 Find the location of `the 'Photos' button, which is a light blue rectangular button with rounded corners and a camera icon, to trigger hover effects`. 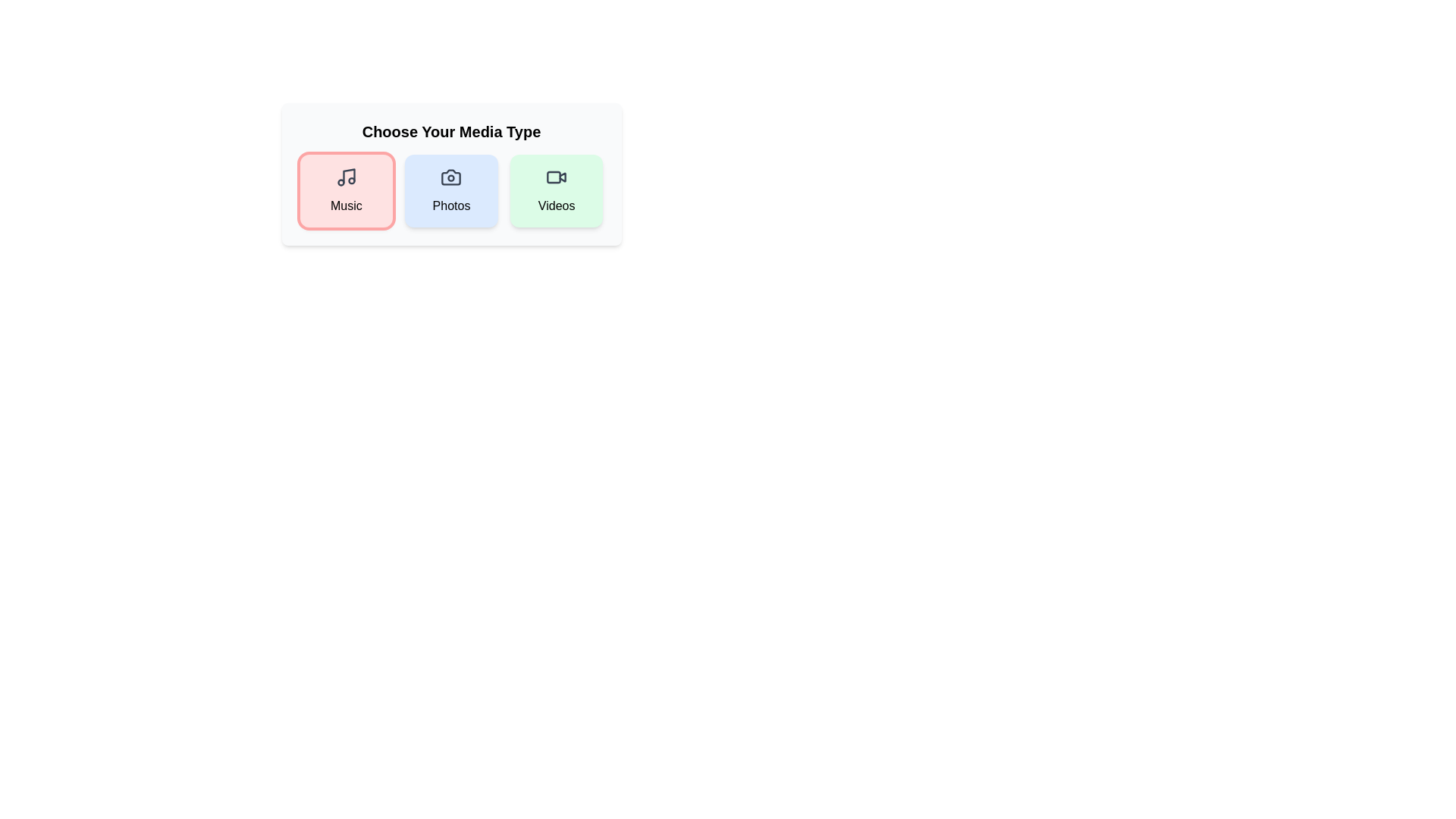

the 'Photos' button, which is a light blue rectangular button with rounded corners and a camera icon, to trigger hover effects is located at coordinates (450, 190).